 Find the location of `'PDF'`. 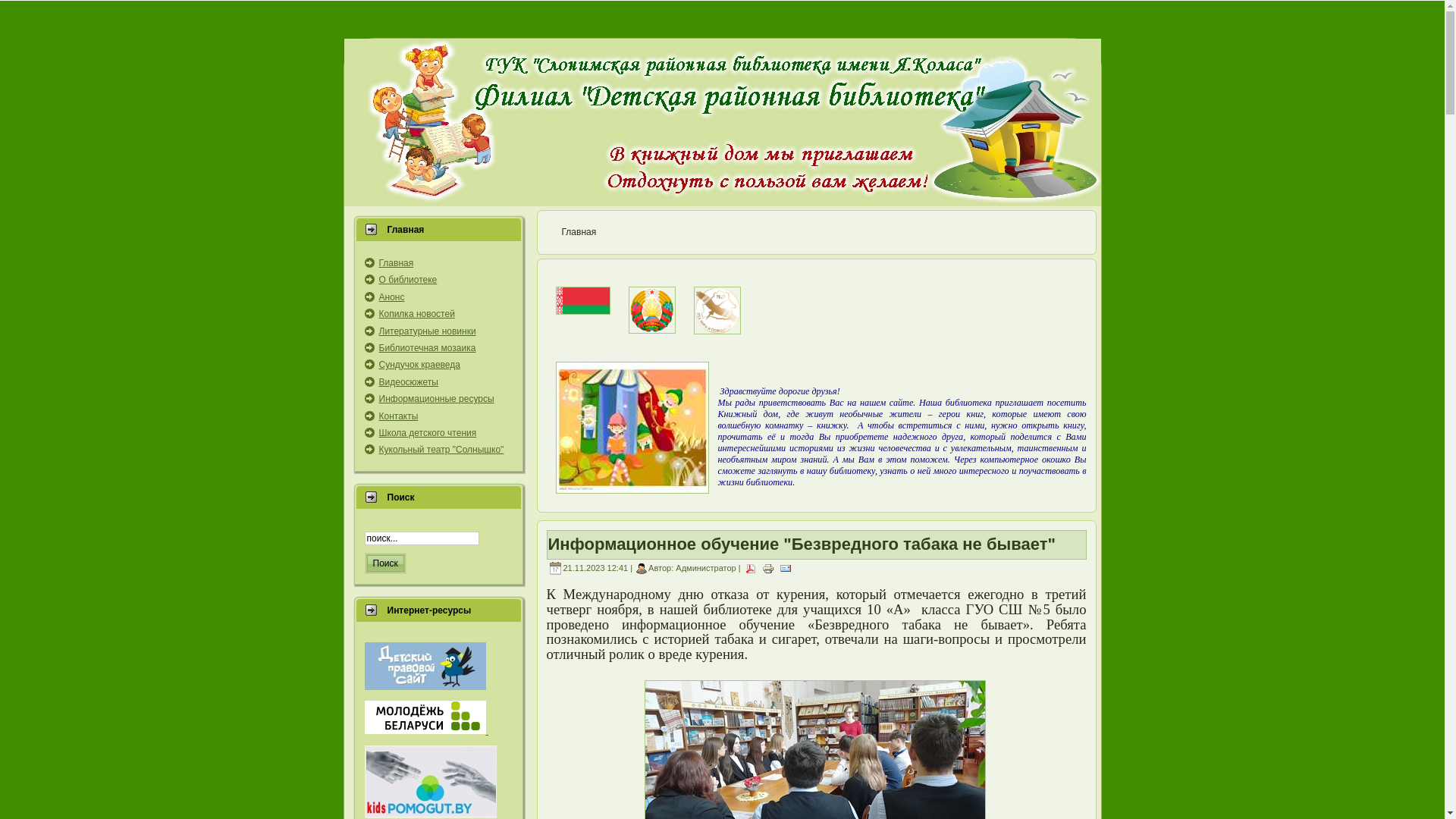

'PDF' is located at coordinates (750, 567).